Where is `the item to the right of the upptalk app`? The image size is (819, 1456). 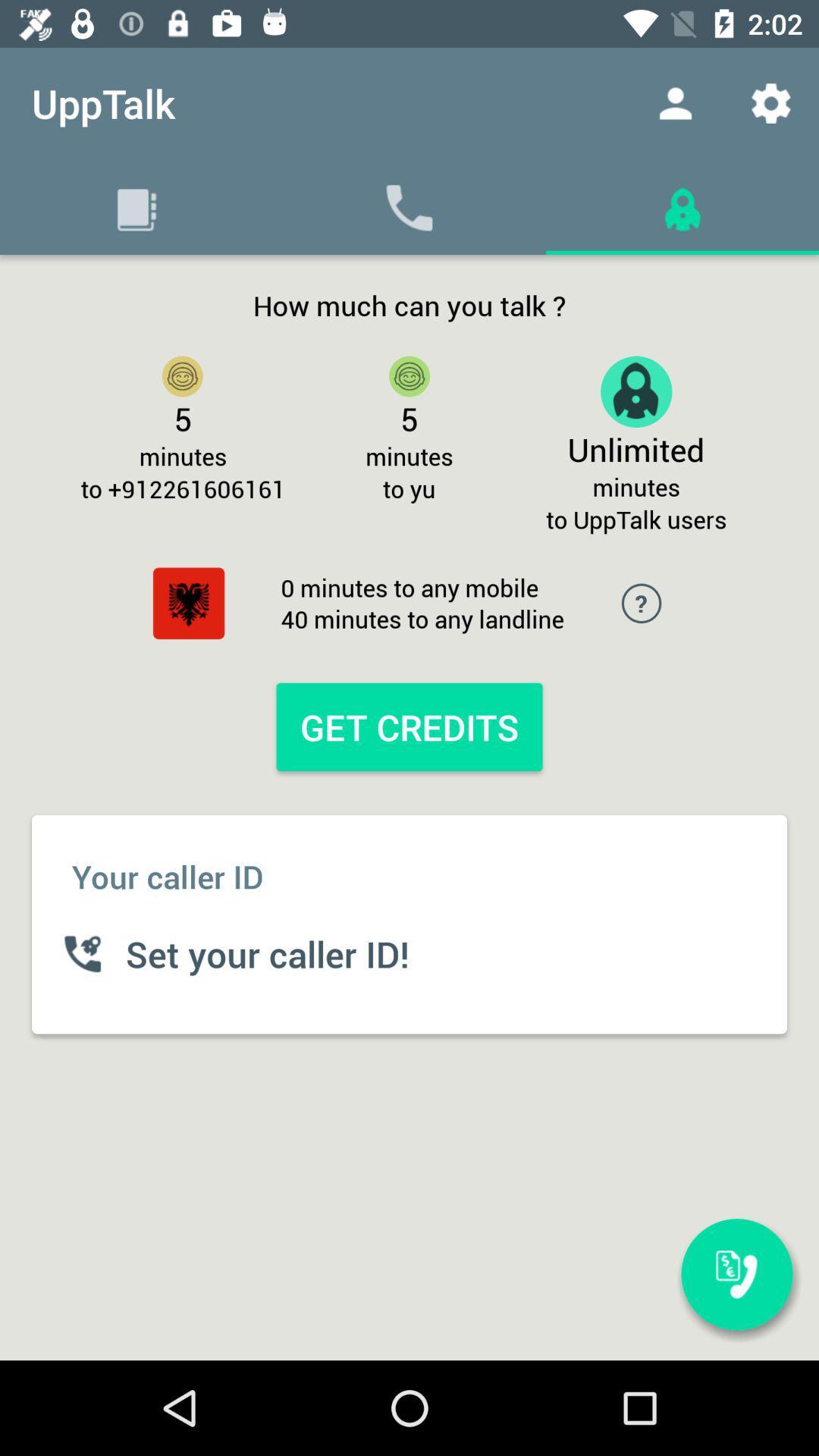 the item to the right of the upptalk app is located at coordinates (675, 102).